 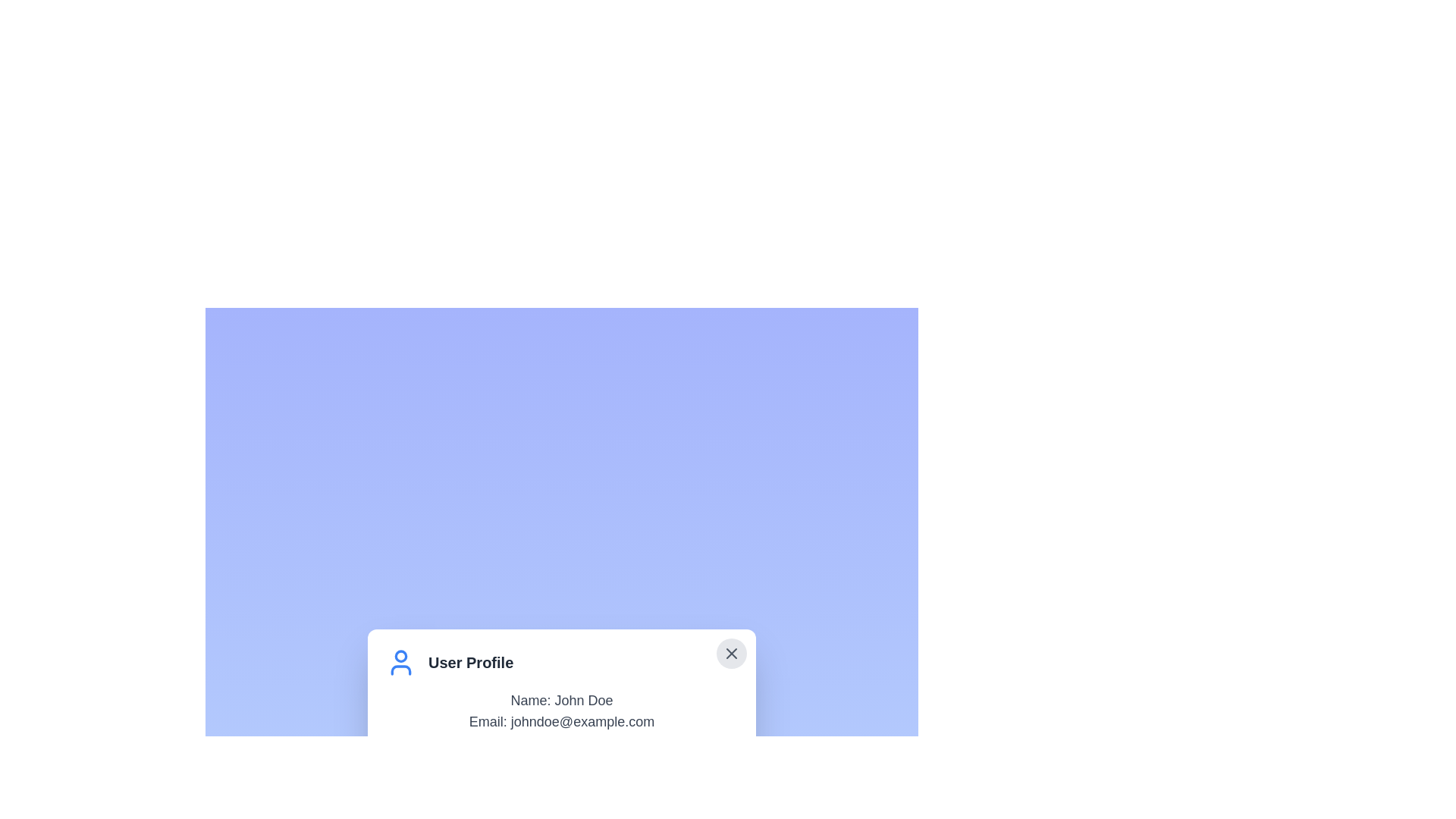 What do you see at coordinates (731, 652) in the screenshot?
I see `the Close Button (SVG Icon) located in the top-right corner of the user profile card to trigger a tooltip or visual effect` at bounding box center [731, 652].